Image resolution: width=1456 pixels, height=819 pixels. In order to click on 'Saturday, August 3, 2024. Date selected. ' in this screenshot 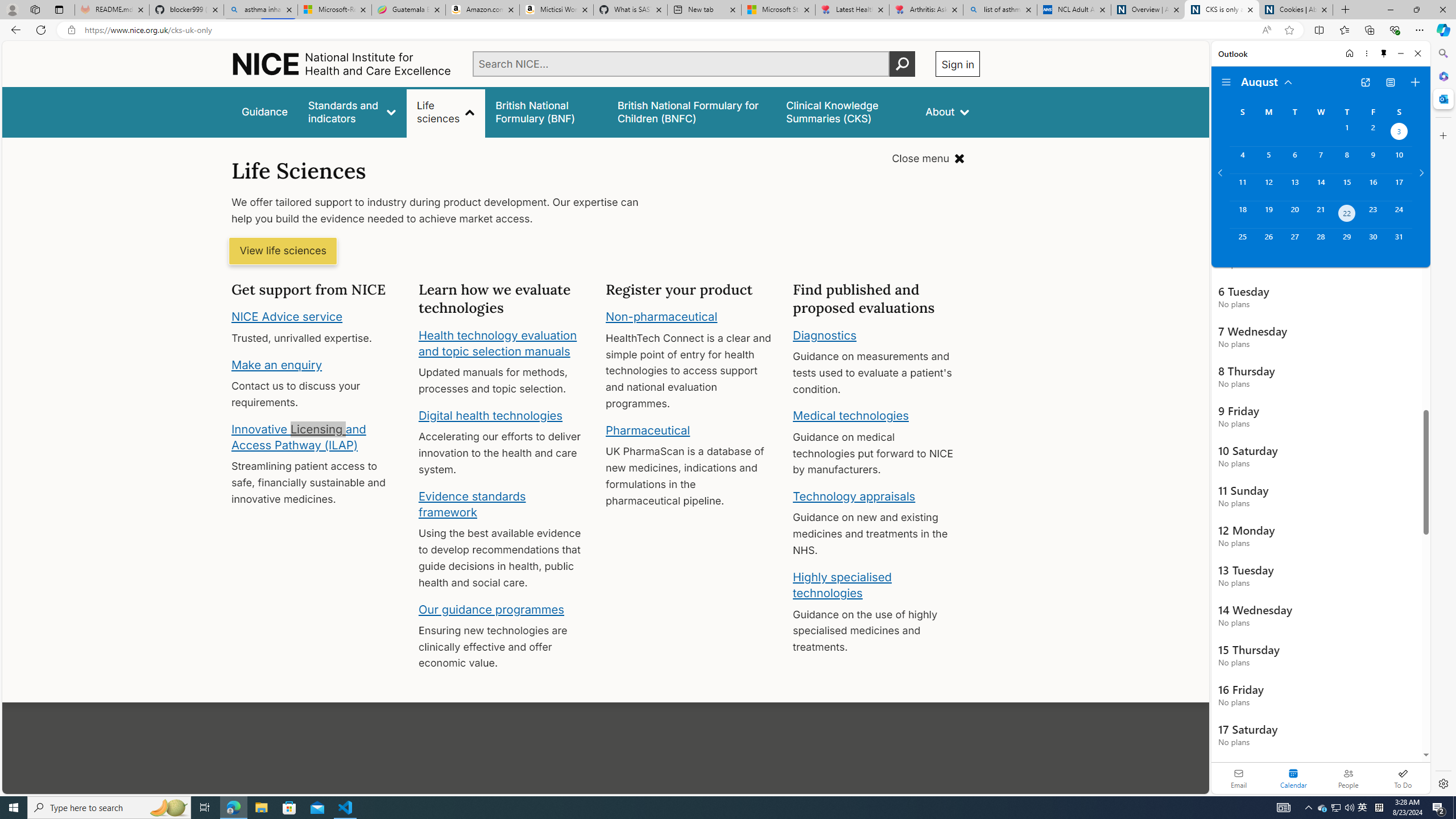, I will do `click(1399, 133)`.